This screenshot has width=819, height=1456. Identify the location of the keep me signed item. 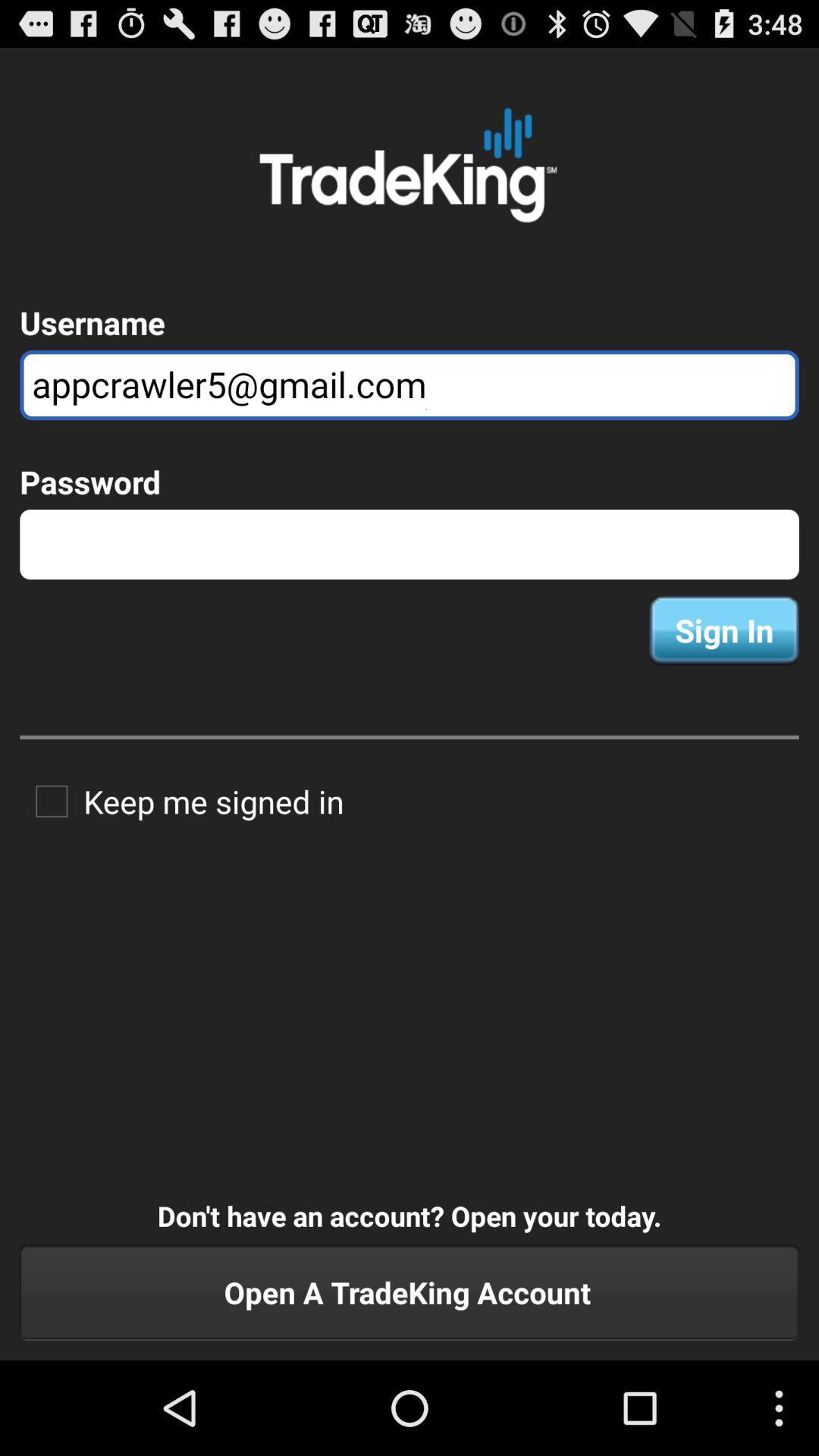
(180, 800).